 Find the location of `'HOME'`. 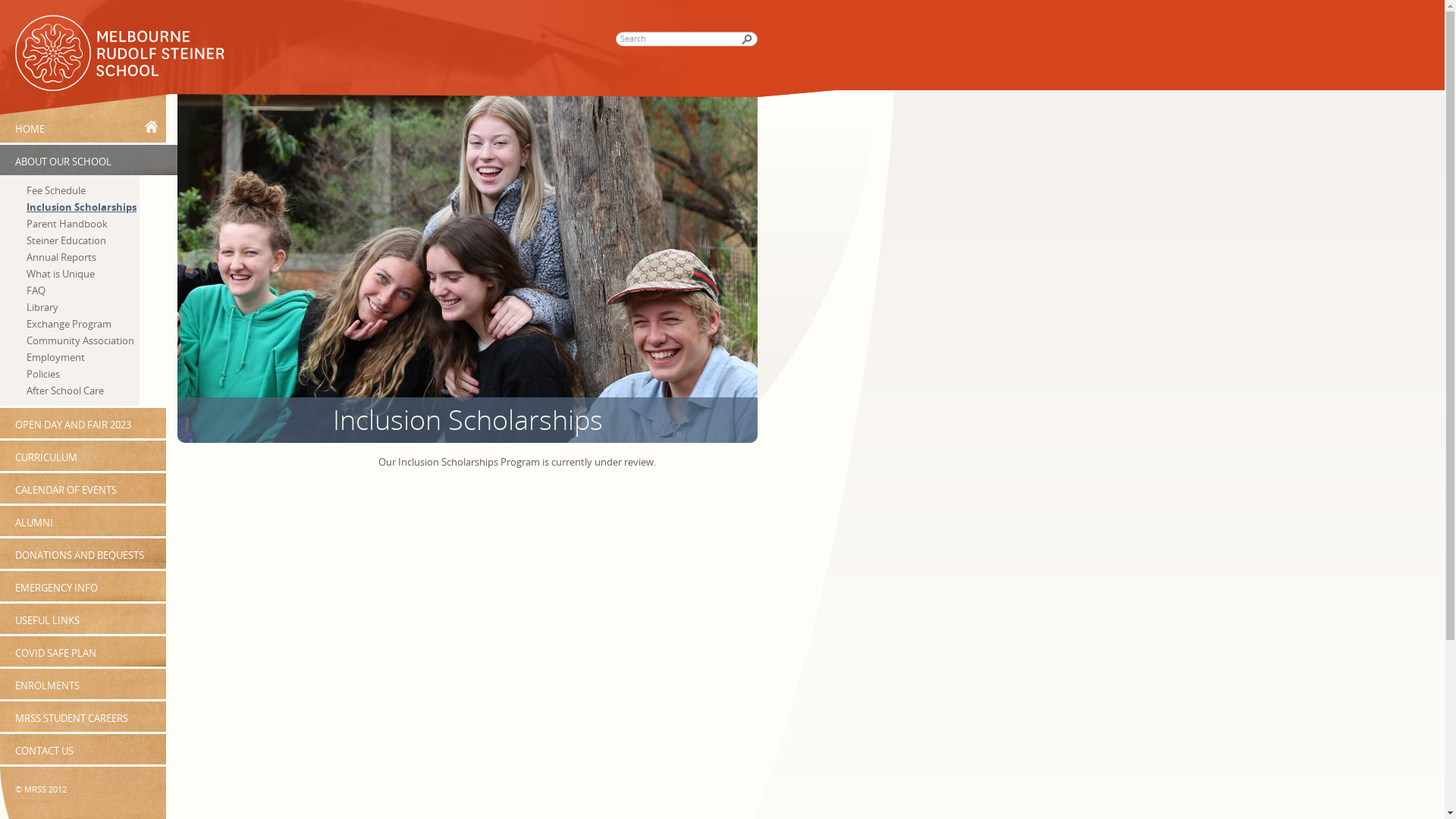

'HOME' is located at coordinates (82, 116).